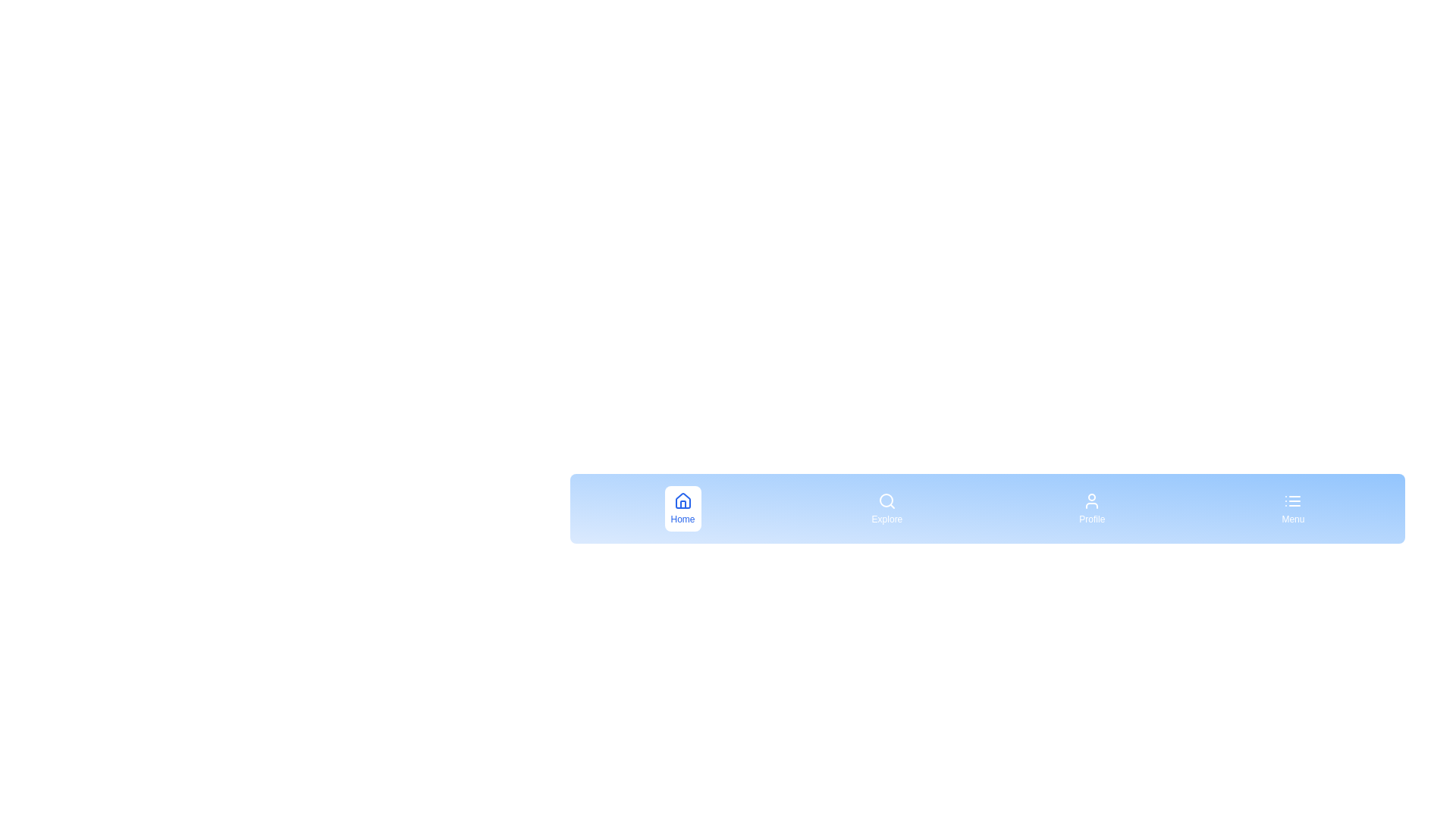 The image size is (1456, 819). I want to click on the menu item labeled Profile, so click(1092, 509).